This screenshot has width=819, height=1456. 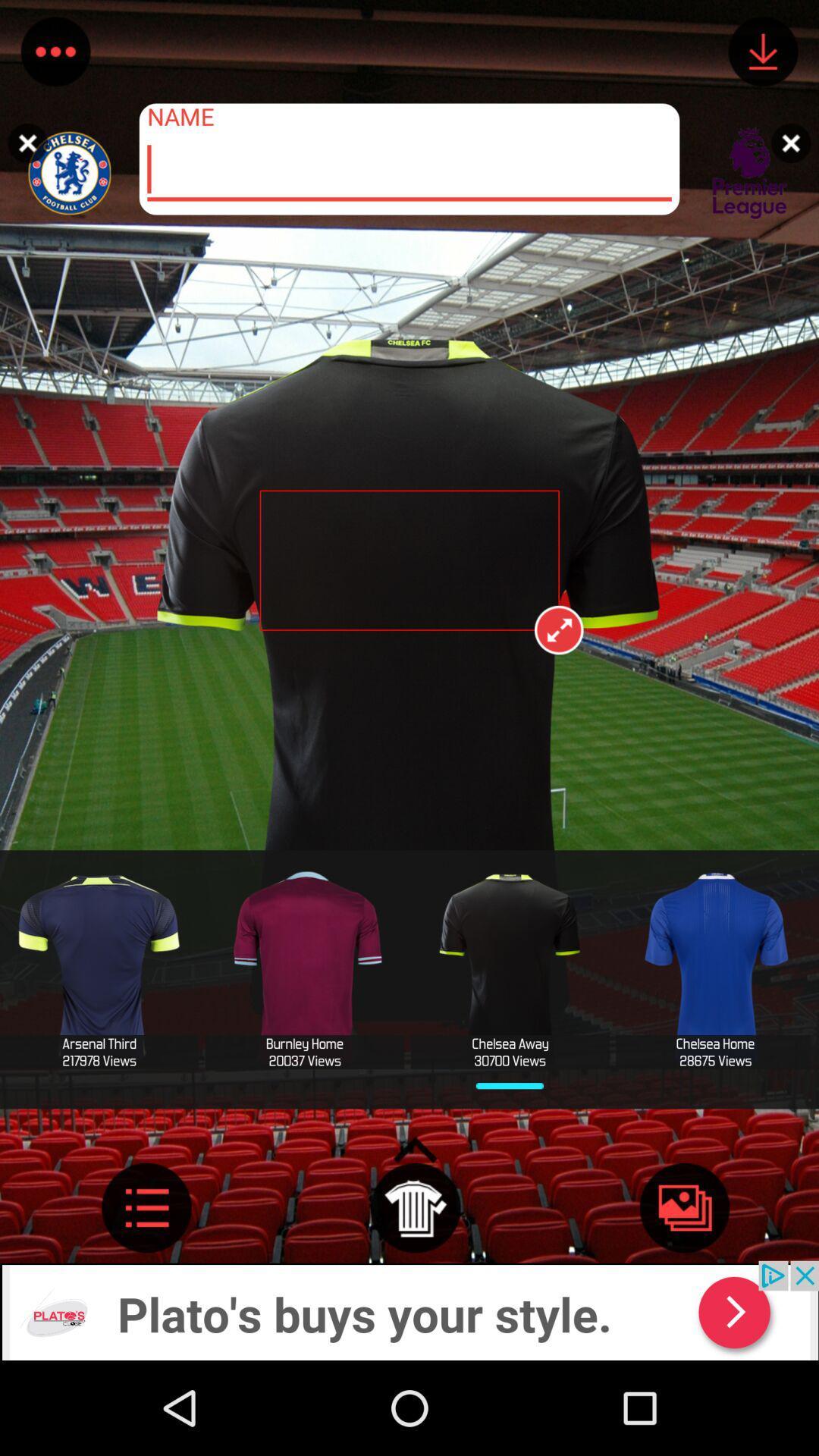 I want to click on the close icon, so click(x=24, y=143).